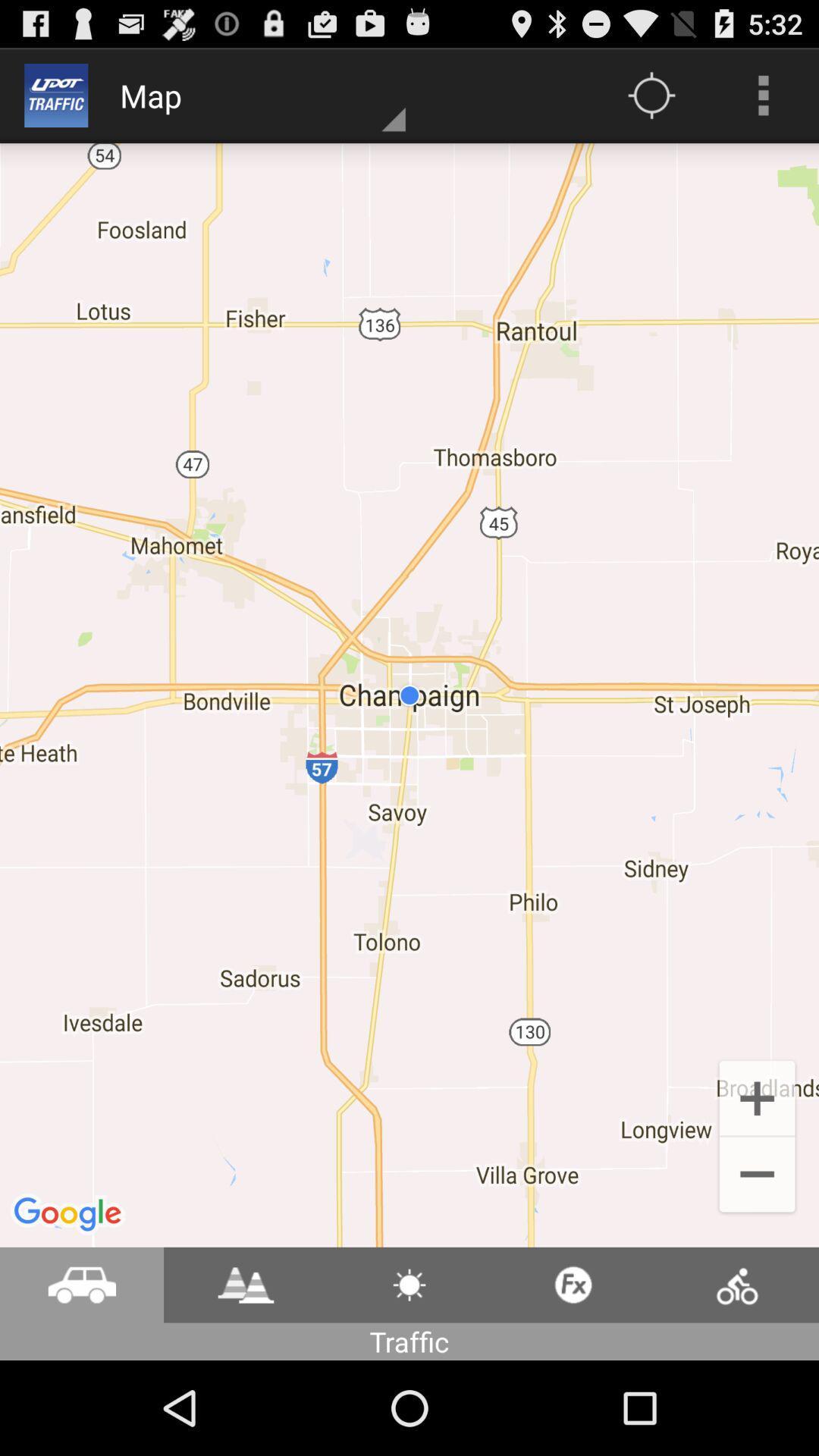 The width and height of the screenshot is (819, 1456). I want to click on video play, so click(245, 1284).